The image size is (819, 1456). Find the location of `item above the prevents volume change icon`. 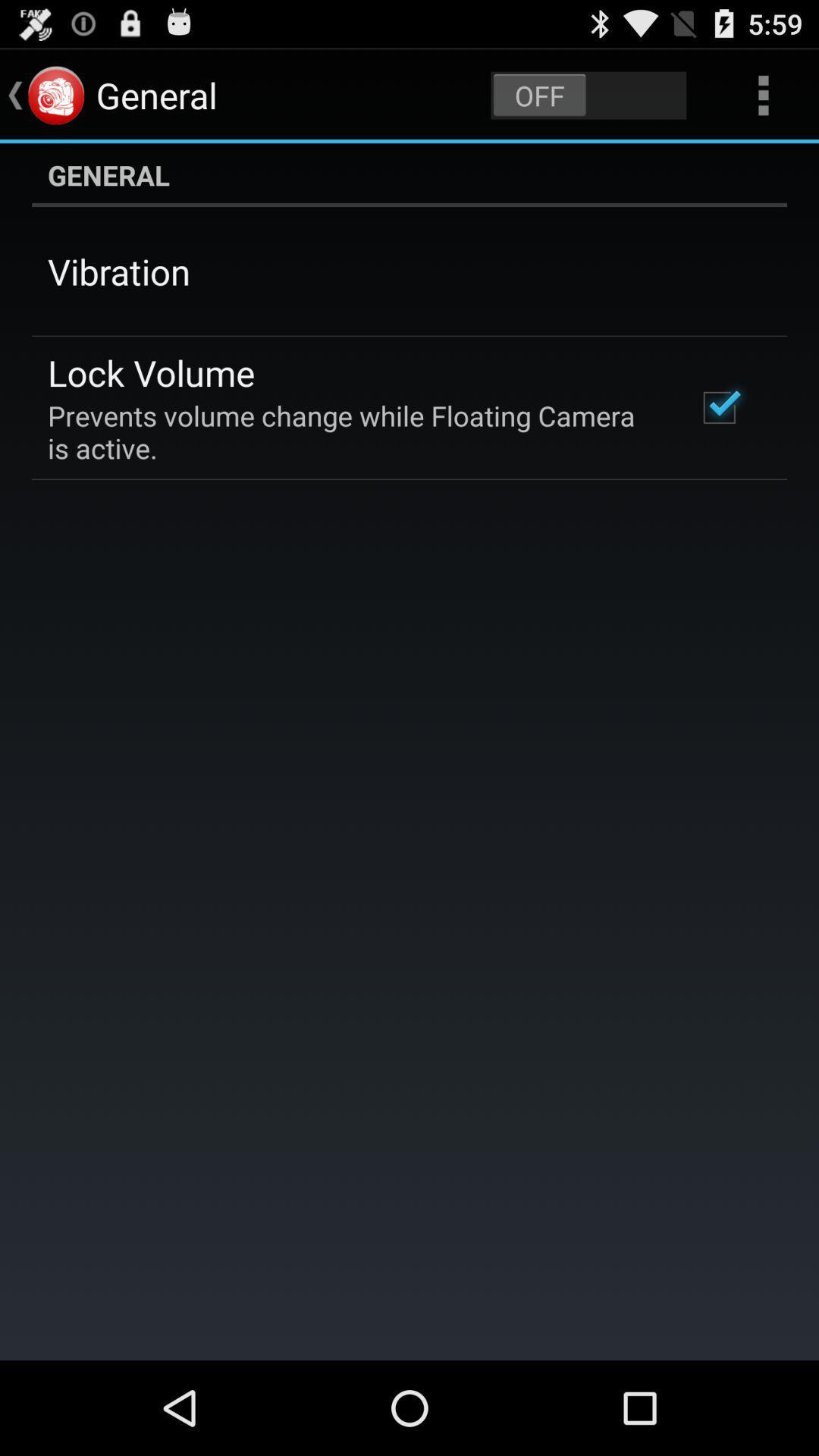

item above the prevents volume change icon is located at coordinates (151, 372).